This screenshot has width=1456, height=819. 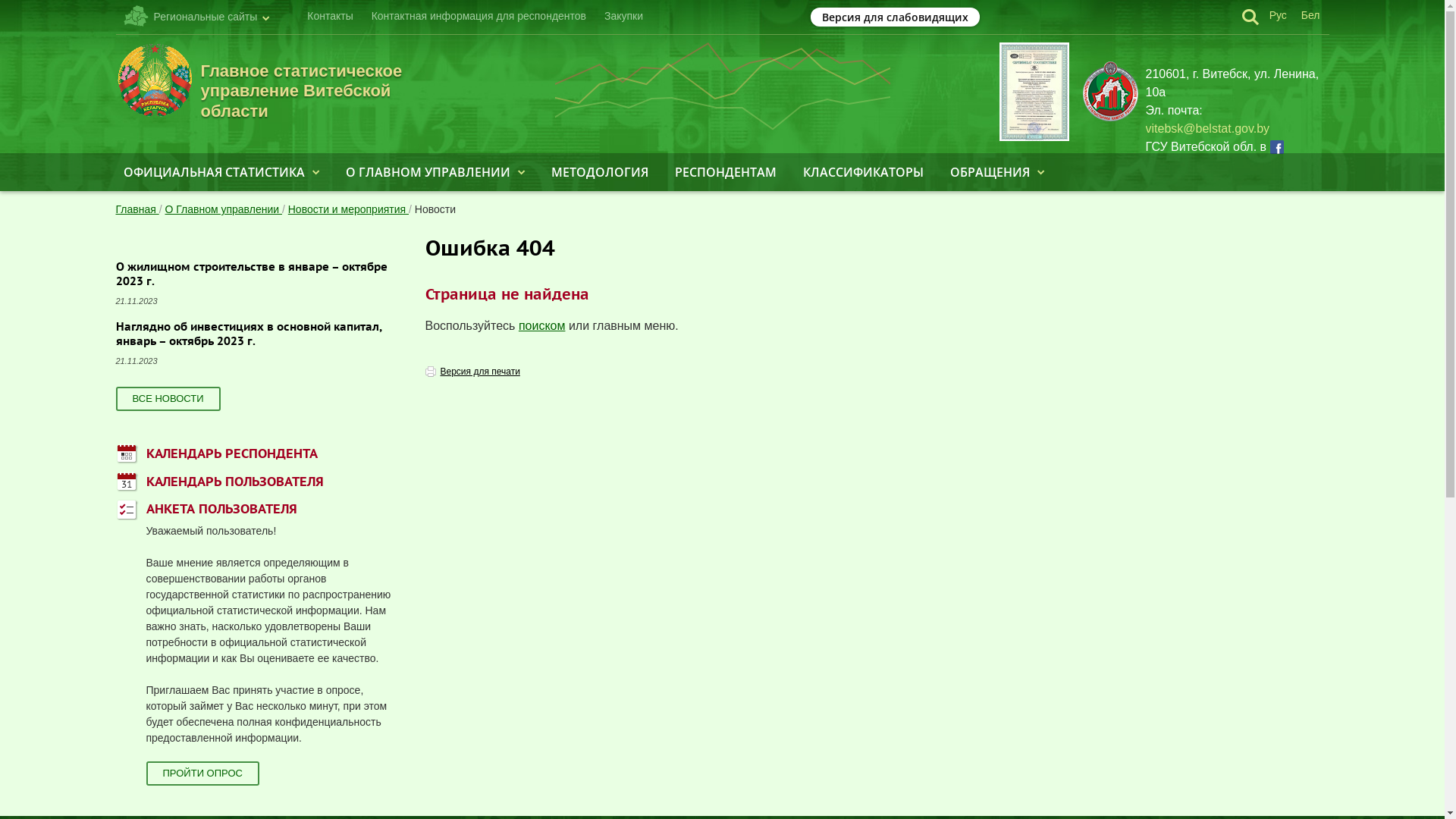 I want to click on 'vitebsk@belstat.gov.by', so click(x=1207, y=127).